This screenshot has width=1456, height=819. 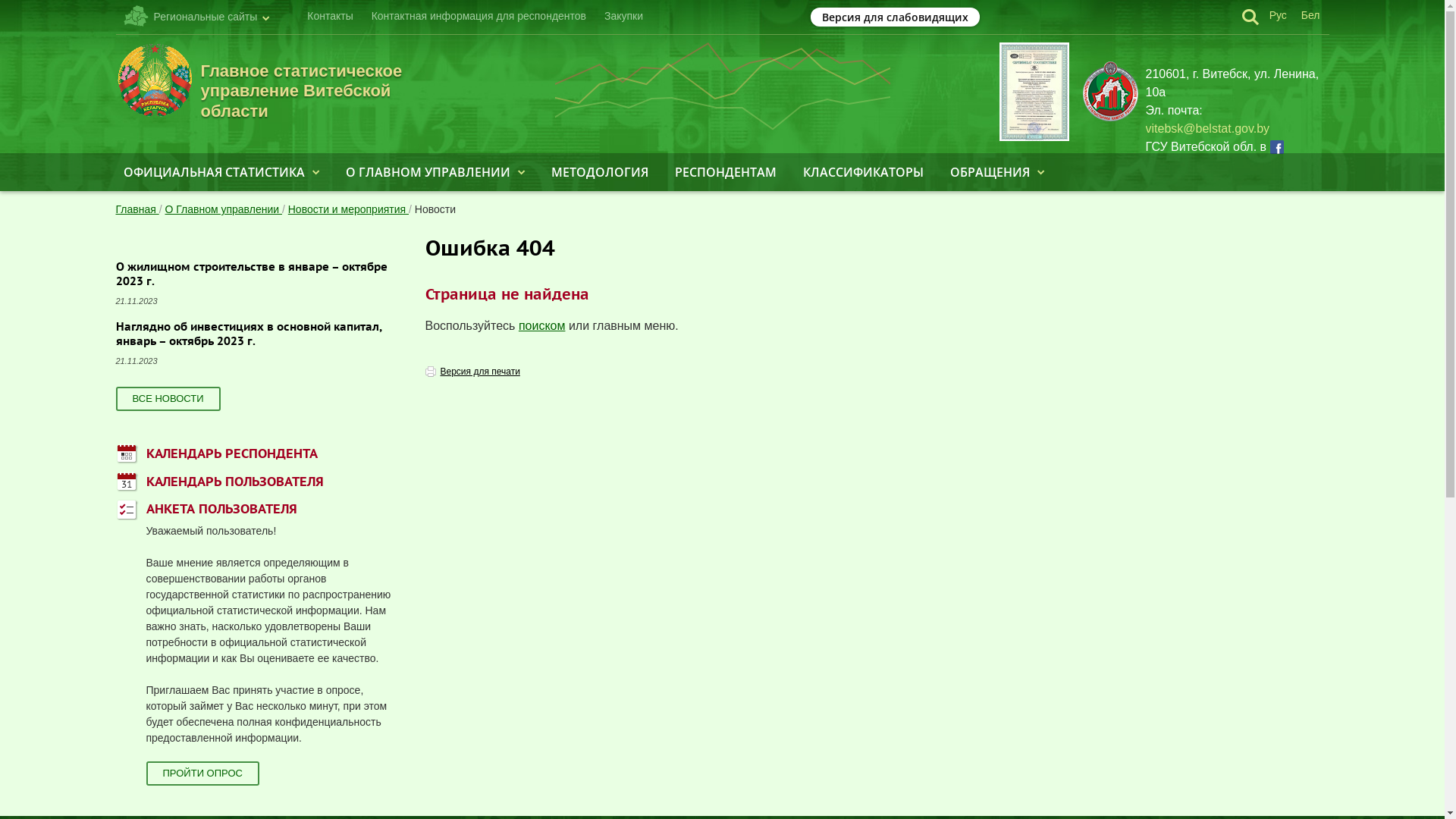 I want to click on 'vitebsk@belstat.gov.by', so click(x=1207, y=127).